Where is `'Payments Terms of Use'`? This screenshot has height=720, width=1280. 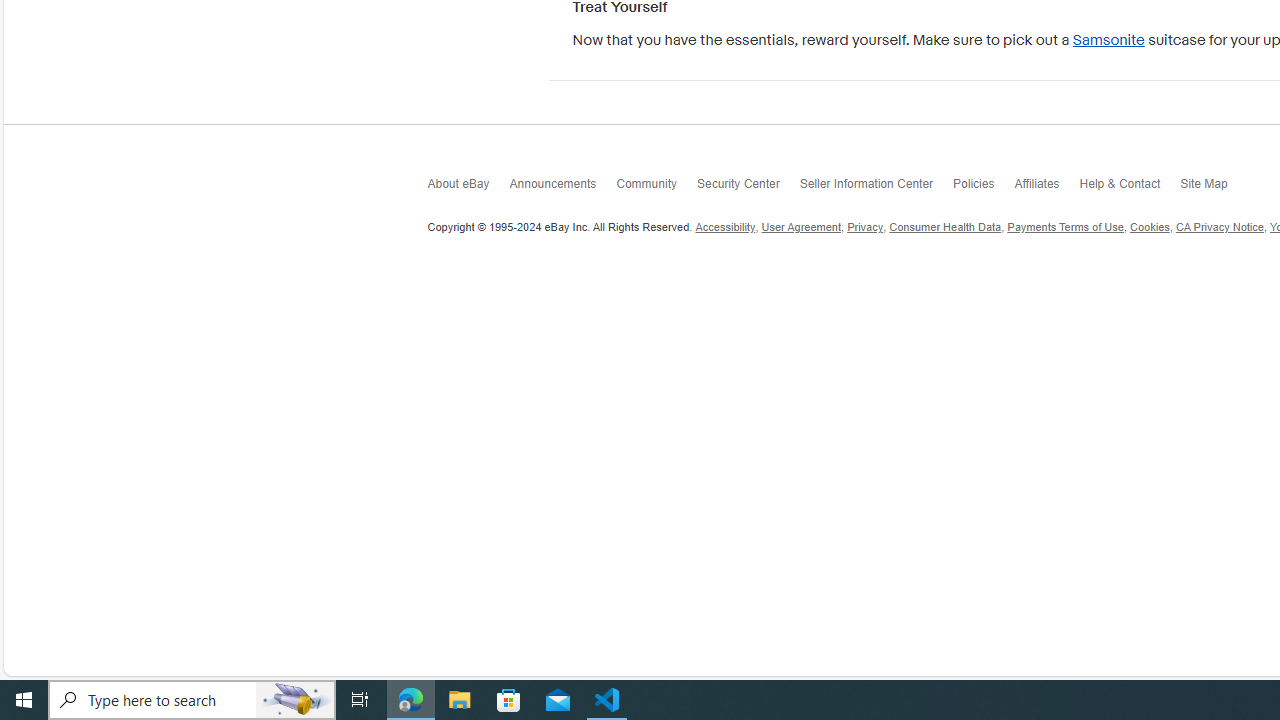 'Payments Terms of Use' is located at coordinates (1064, 226).